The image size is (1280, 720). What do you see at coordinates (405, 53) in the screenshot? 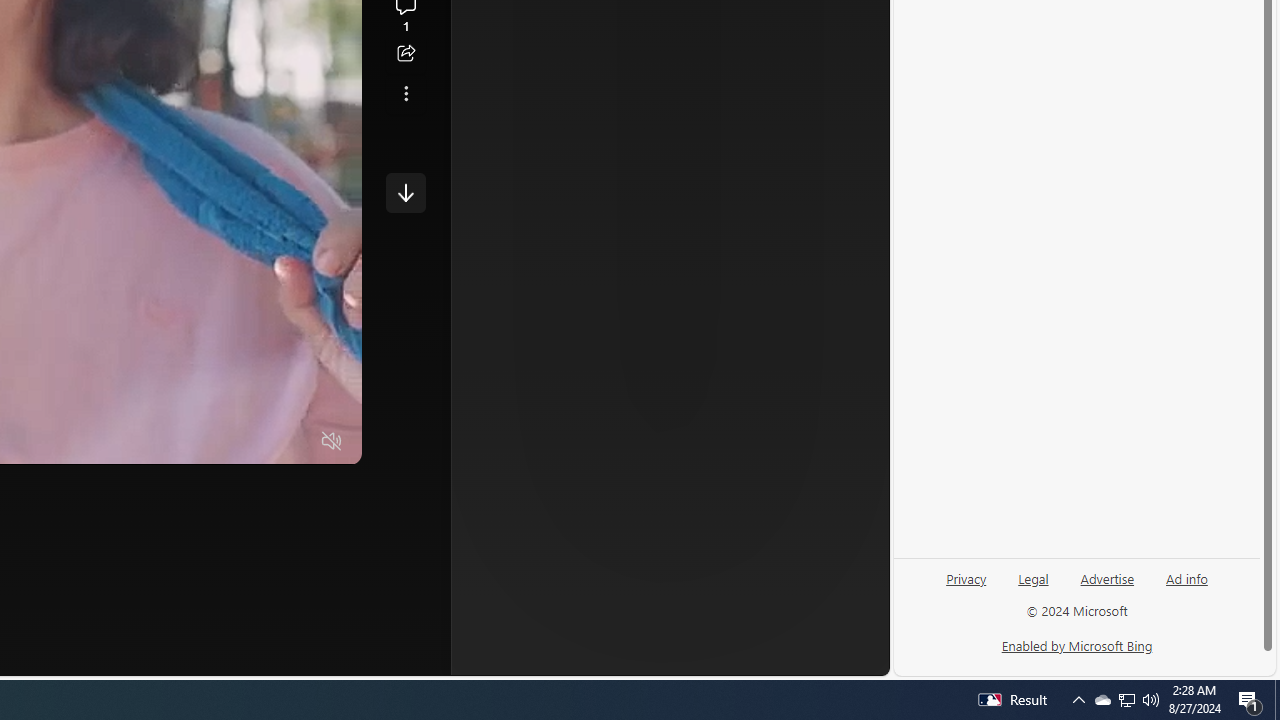
I see `'Share this story'` at bounding box center [405, 53].